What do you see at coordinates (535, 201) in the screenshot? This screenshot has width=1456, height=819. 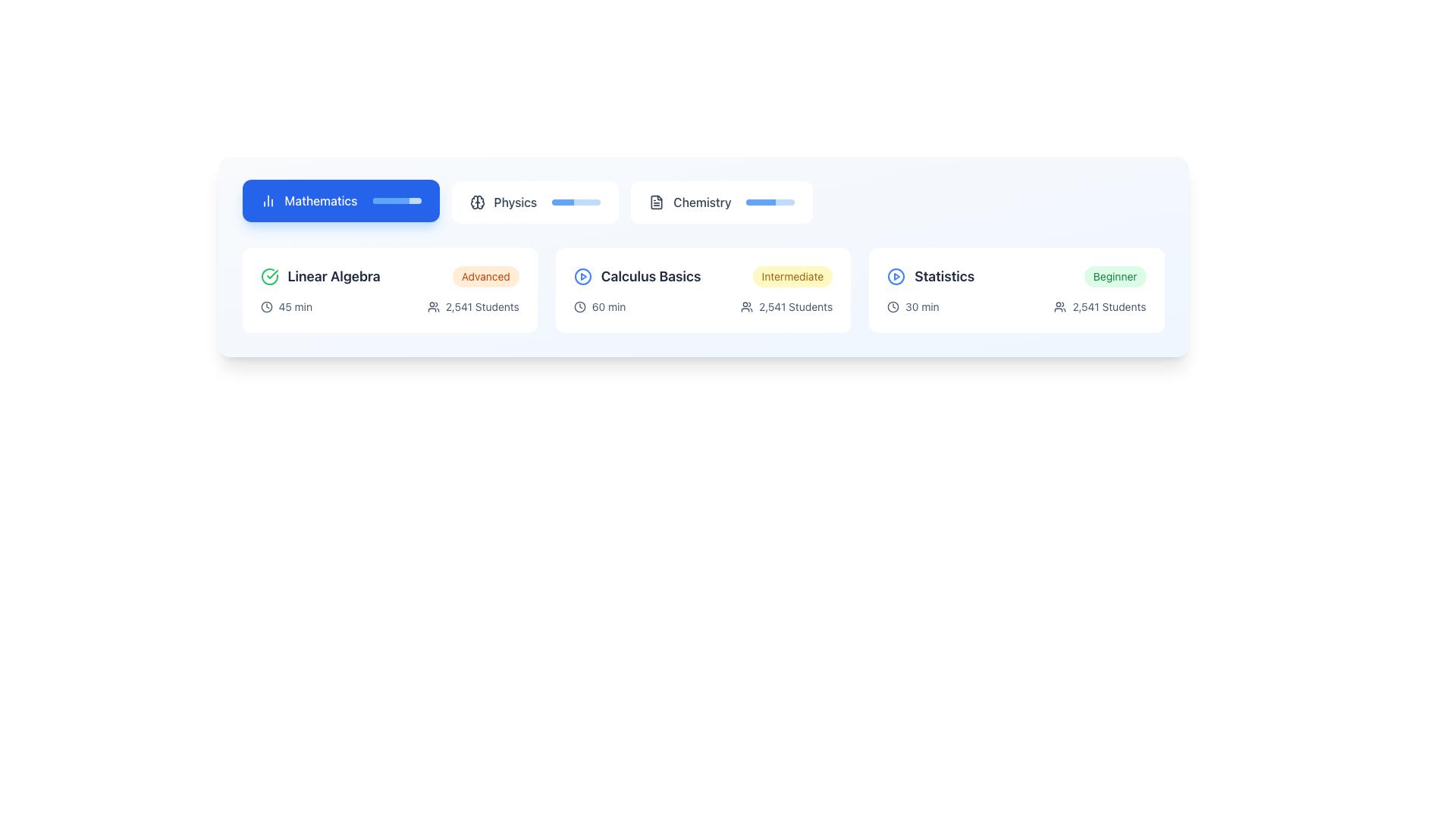 I see `the 'Physics' button, which is styled with a white background and rounded edges, located between 'Mathematics' and 'Chemistry' buttons in the middle section of the interface` at bounding box center [535, 201].